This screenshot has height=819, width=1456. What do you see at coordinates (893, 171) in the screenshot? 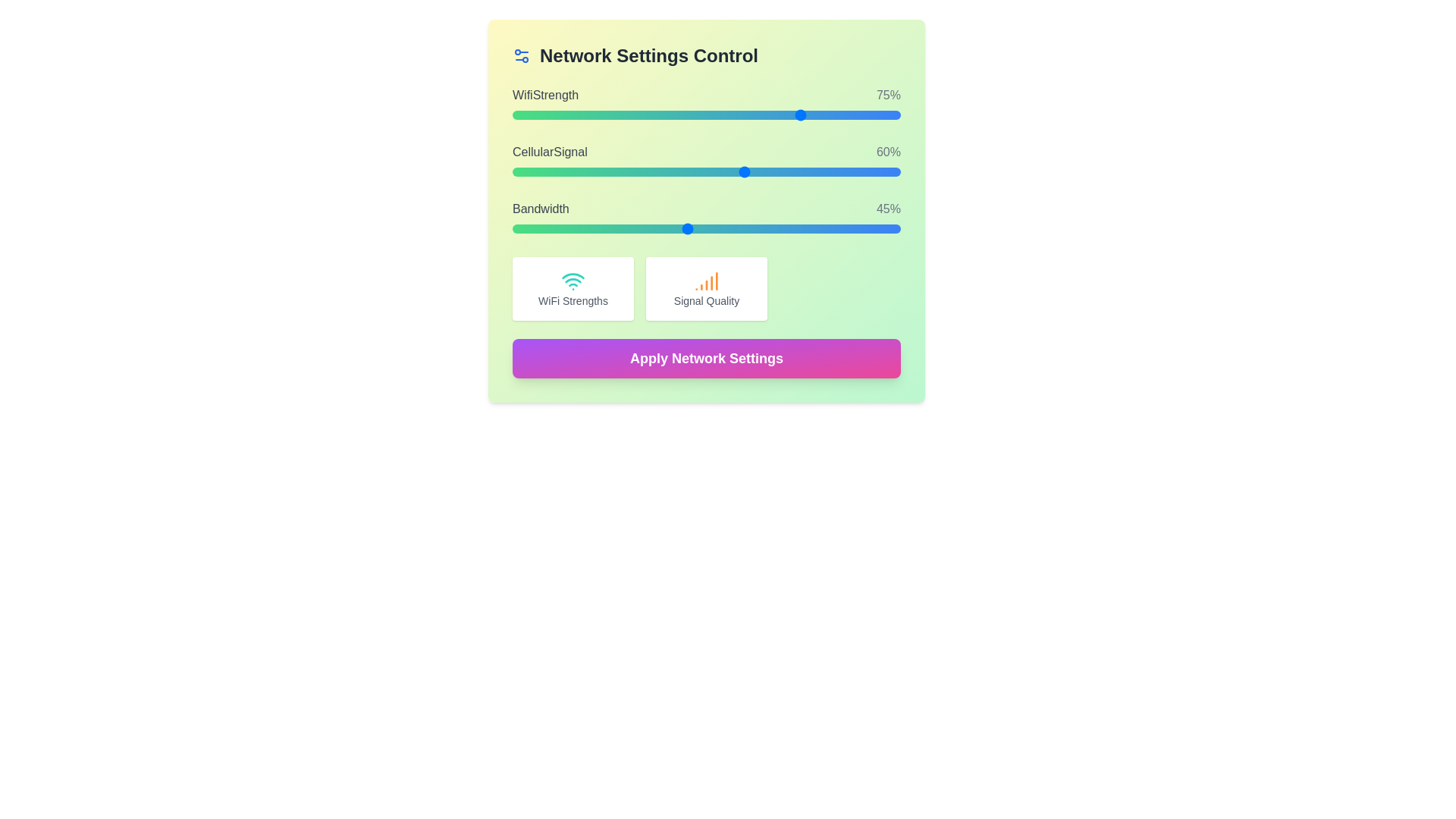
I see `the Cellular Signal slider` at bounding box center [893, 171].